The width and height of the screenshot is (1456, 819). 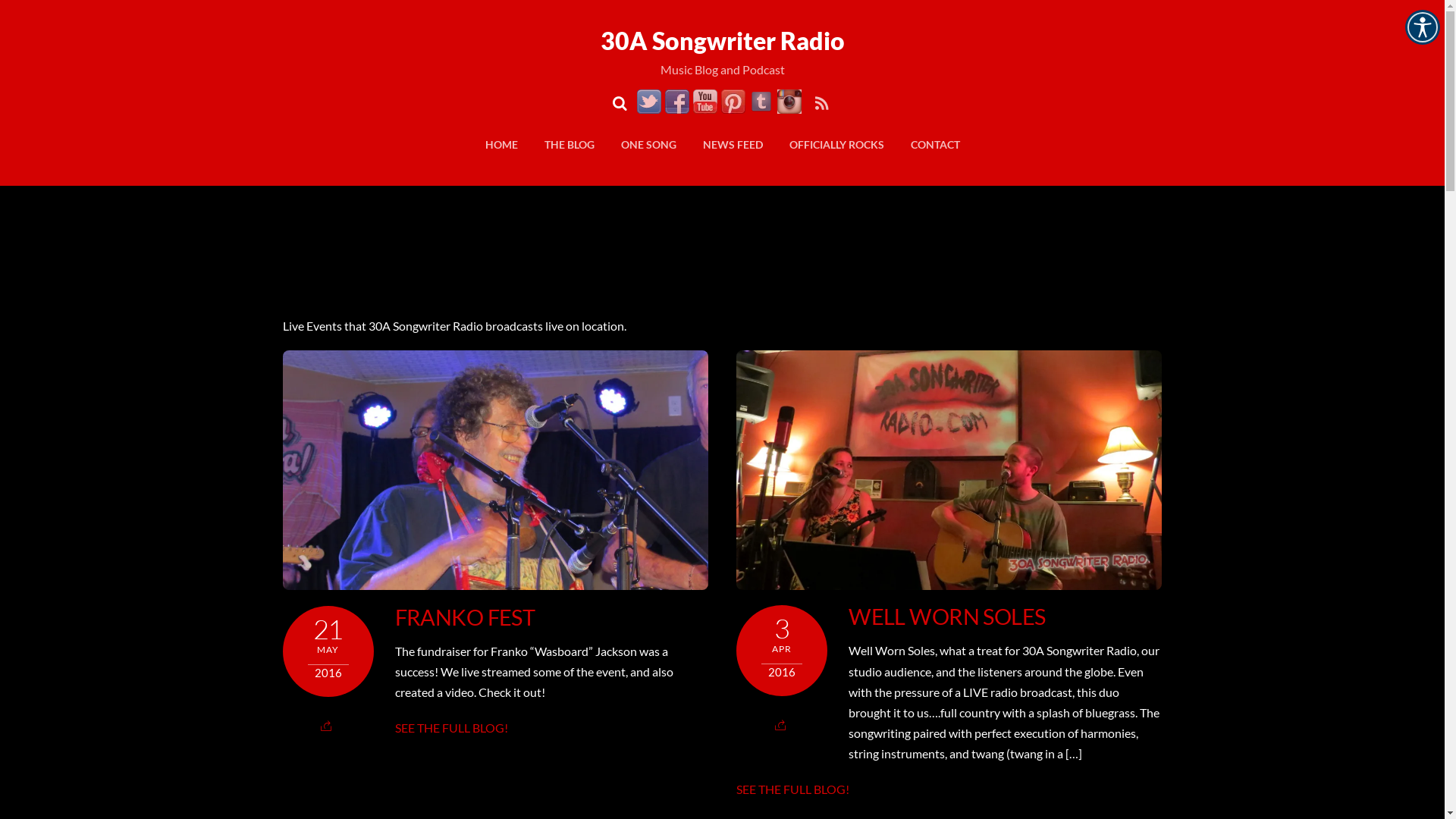 I want to click on 'CONTACT', so click(x=934, y=144).